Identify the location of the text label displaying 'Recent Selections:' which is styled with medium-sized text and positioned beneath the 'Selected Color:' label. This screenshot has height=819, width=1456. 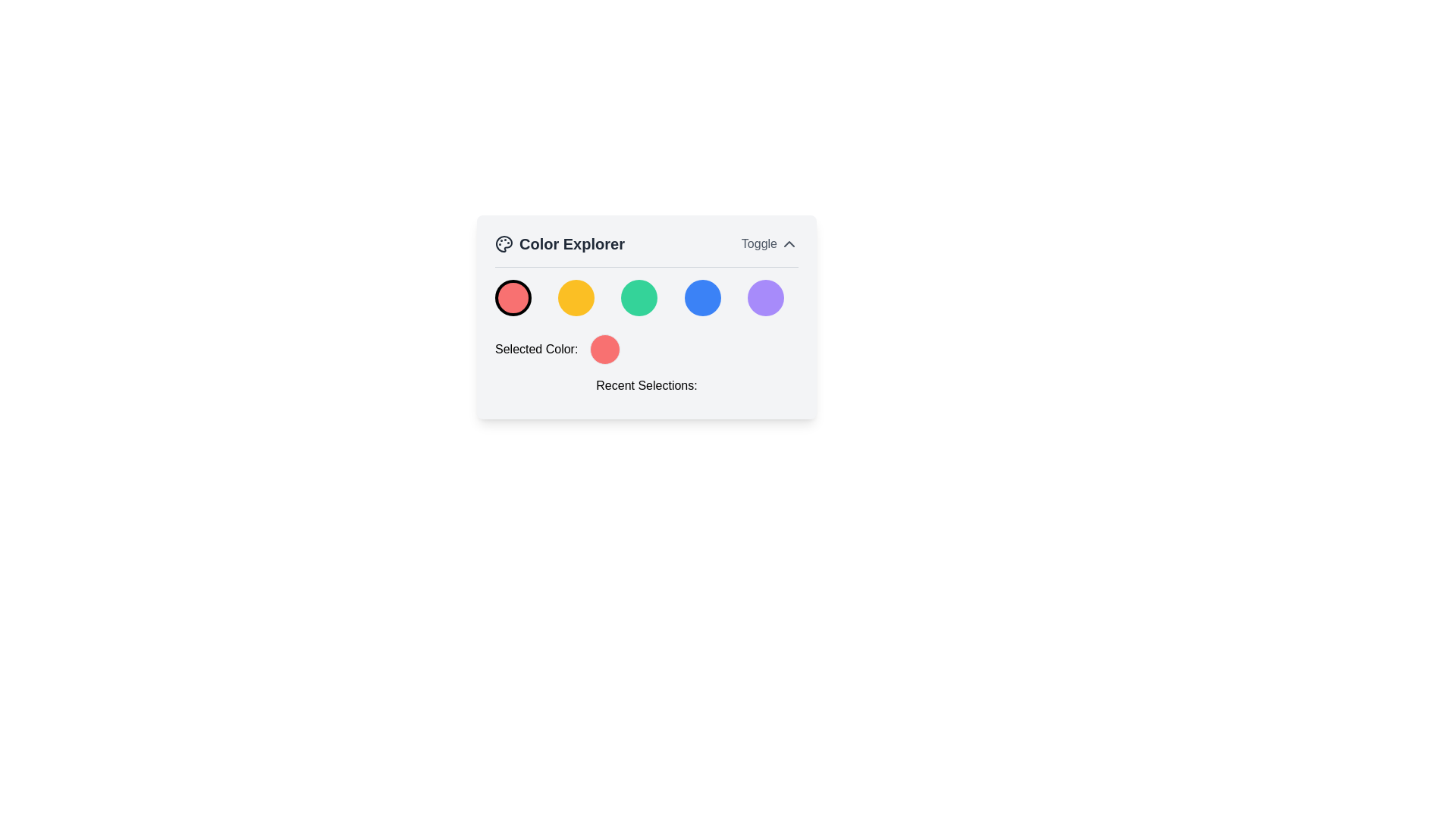
(647, 385).